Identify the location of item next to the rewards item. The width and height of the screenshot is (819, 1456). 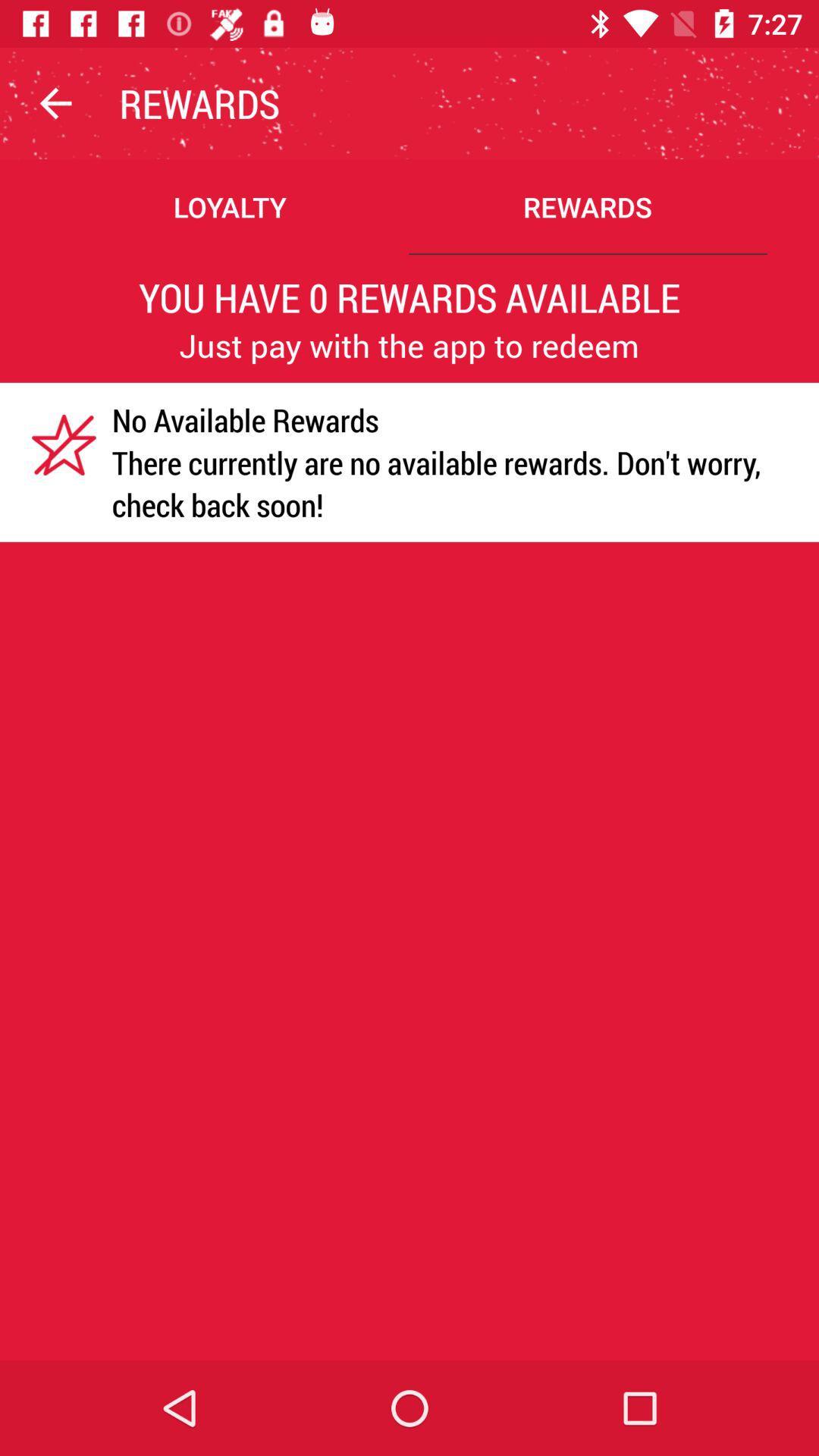
(55, 102).